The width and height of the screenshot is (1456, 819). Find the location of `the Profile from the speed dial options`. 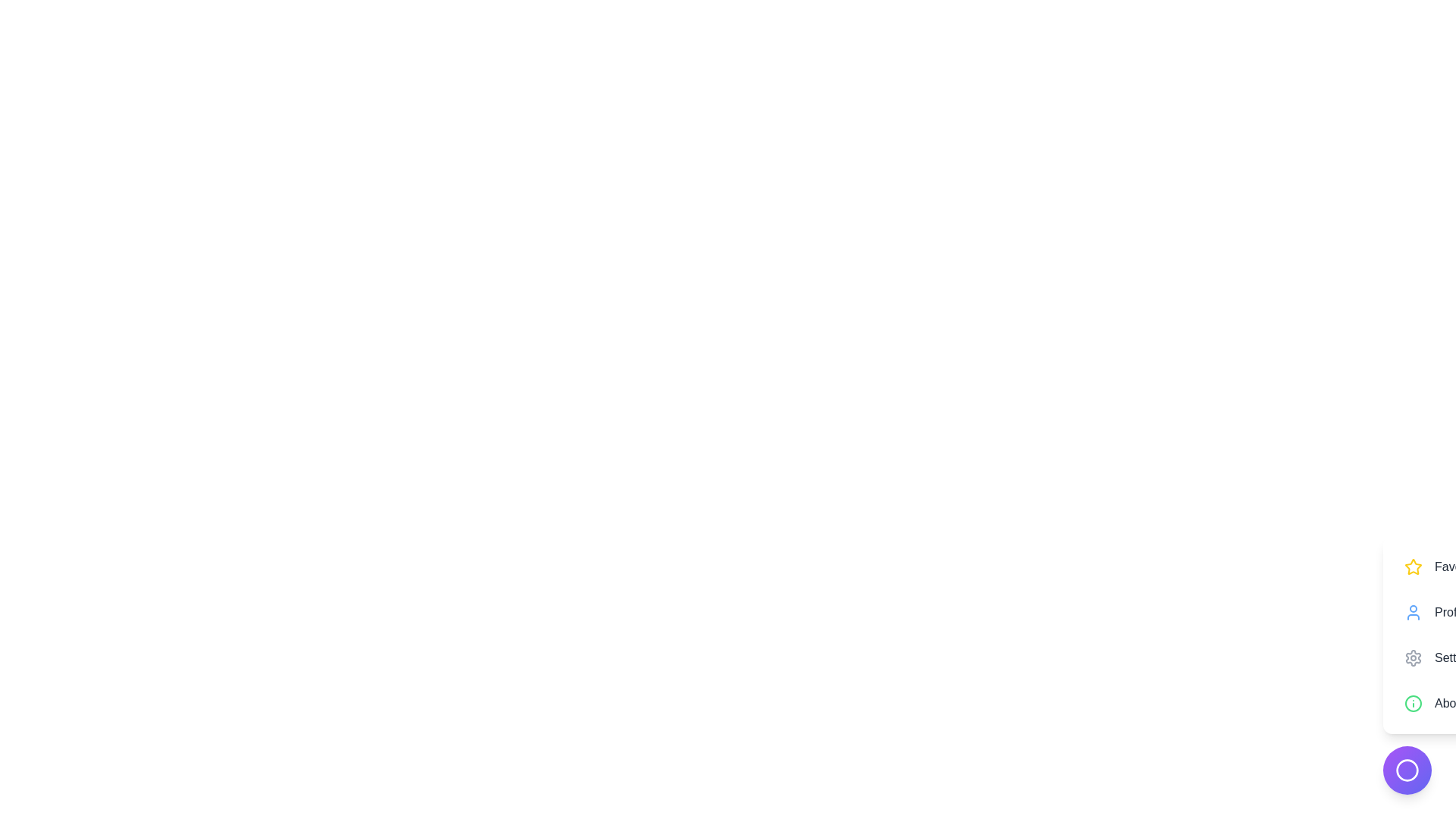

the Profile from the speed dial options is located at coordinates (1456, 611).